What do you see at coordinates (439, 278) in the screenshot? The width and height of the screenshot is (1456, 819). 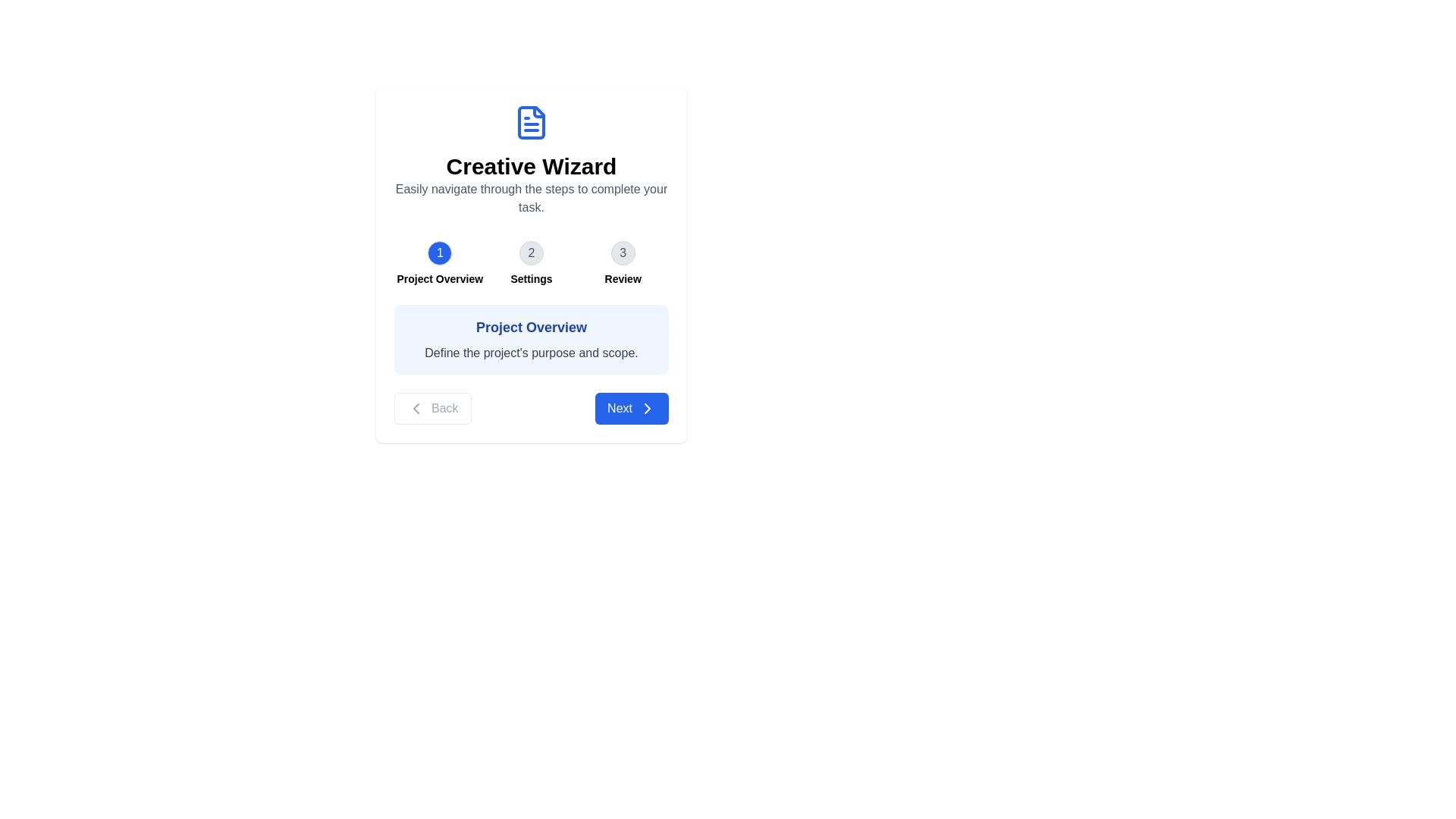 I see `the 'Project Overview' label, which is a bold text block located below the circular icon labeled '1' in the step indicator layout` at bounding box center [439, 278].